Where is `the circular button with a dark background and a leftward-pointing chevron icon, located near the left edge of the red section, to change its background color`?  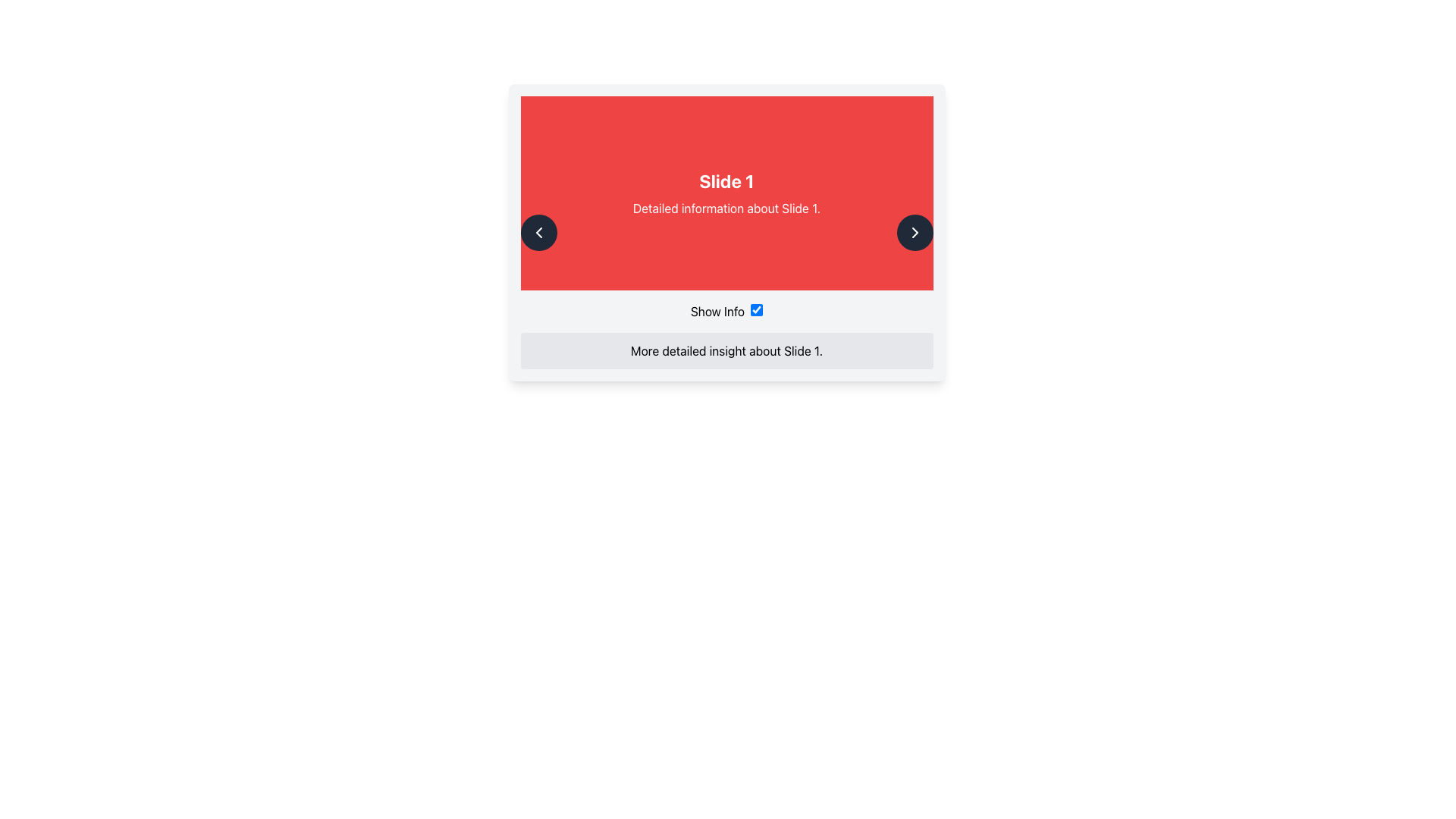 the circular button with a dark background and a leftward-pointing chevron icon, located near the left edge of the red section, to change its background color is located at coordinates (538, 233).